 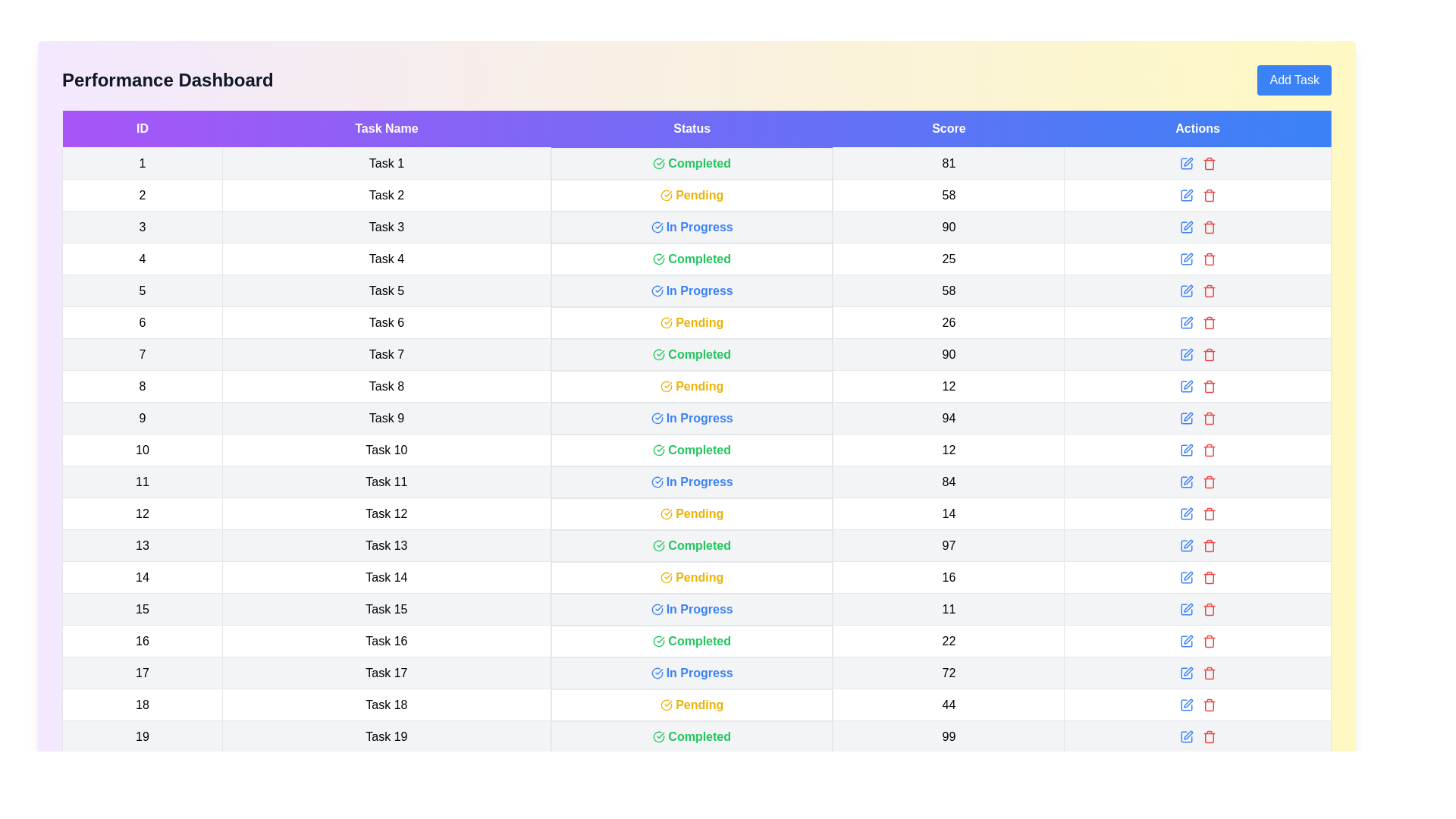 I want to click on the column header to sort the table by Status, so click(x=691, y=128).